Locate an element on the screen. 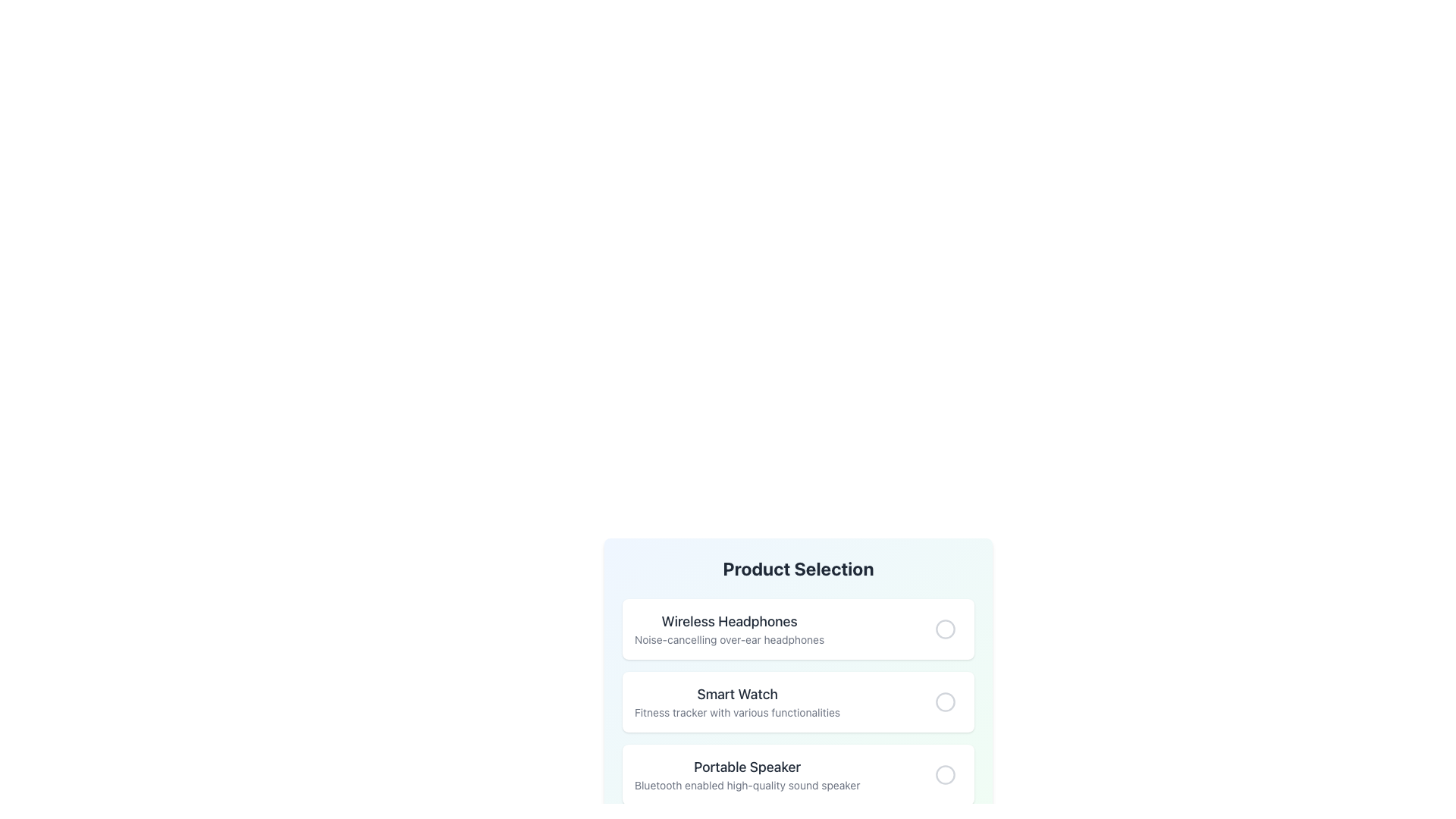  the radio button located at the right end of the list item associated with the 'Wireless Headphones' title in the Product Selection interface is located at coordinates (945, 629).